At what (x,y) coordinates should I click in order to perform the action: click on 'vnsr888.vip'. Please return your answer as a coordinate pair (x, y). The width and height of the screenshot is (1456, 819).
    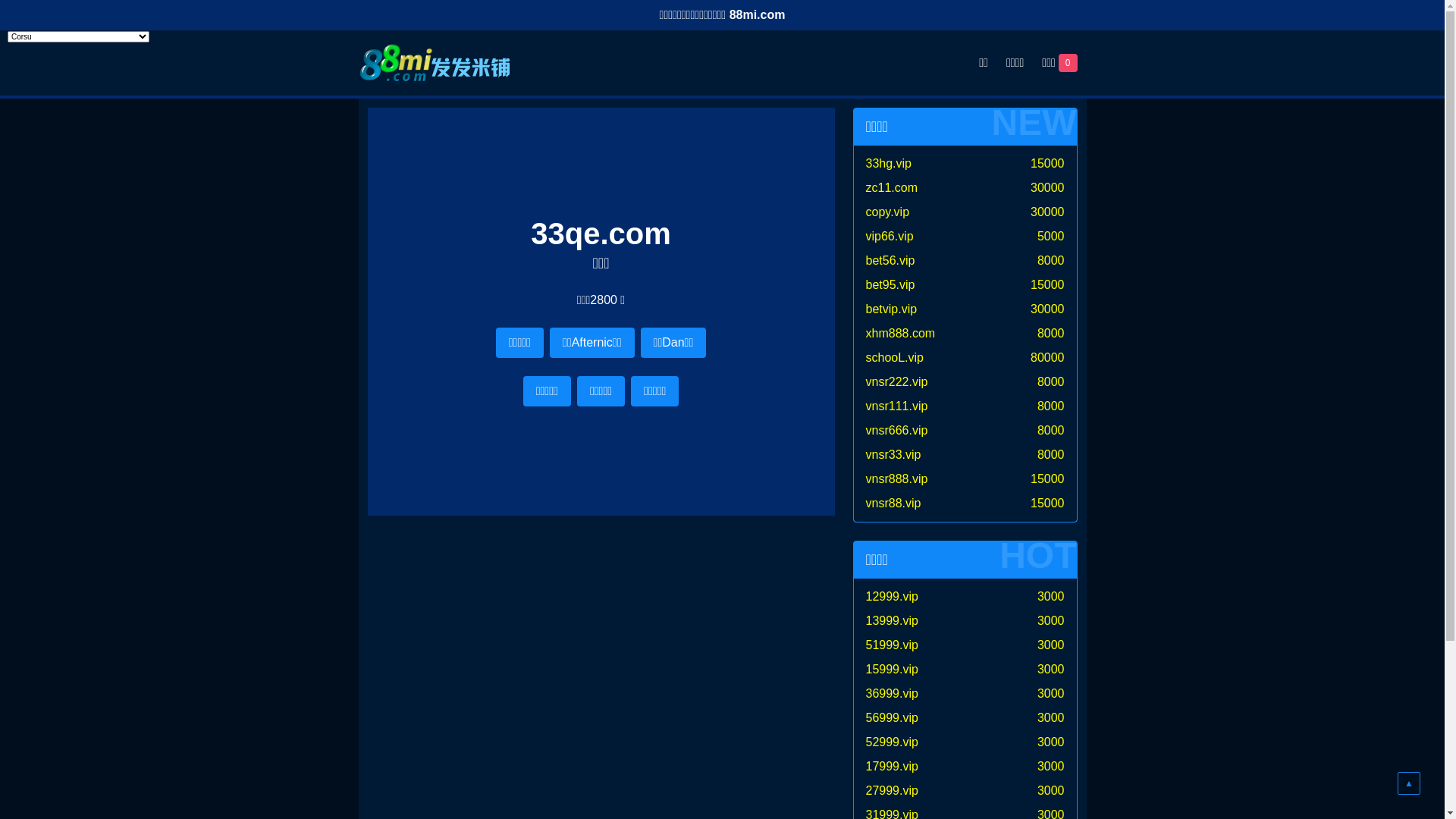
    Looking at the image, I should click on (896, 479).